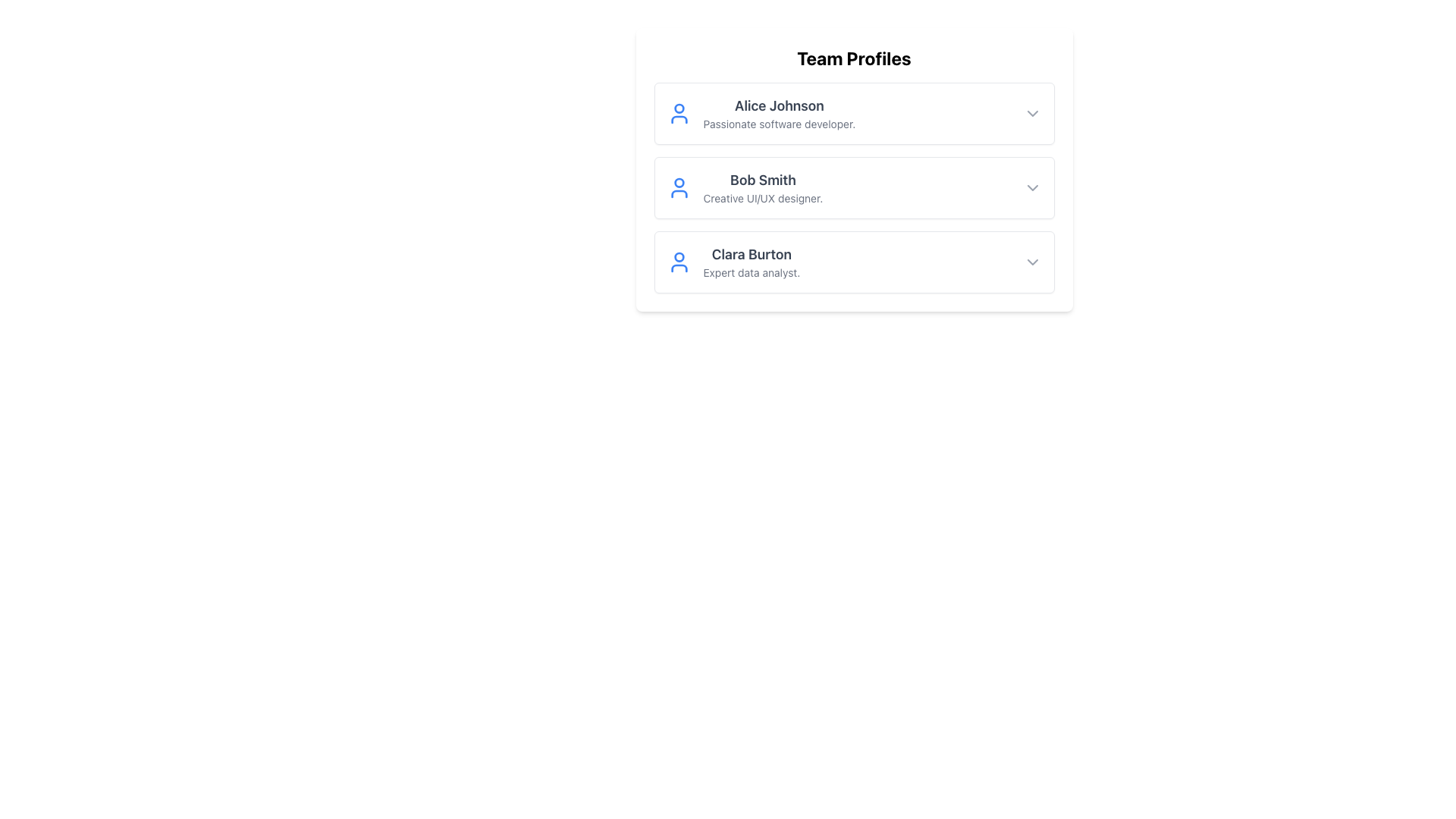  What do you see at coordinates (678, 268) in the screenshot?
I see `the lower part of the blue user icon for Clara Burton in the Team Profiles section` at bounding box center [678, 268].